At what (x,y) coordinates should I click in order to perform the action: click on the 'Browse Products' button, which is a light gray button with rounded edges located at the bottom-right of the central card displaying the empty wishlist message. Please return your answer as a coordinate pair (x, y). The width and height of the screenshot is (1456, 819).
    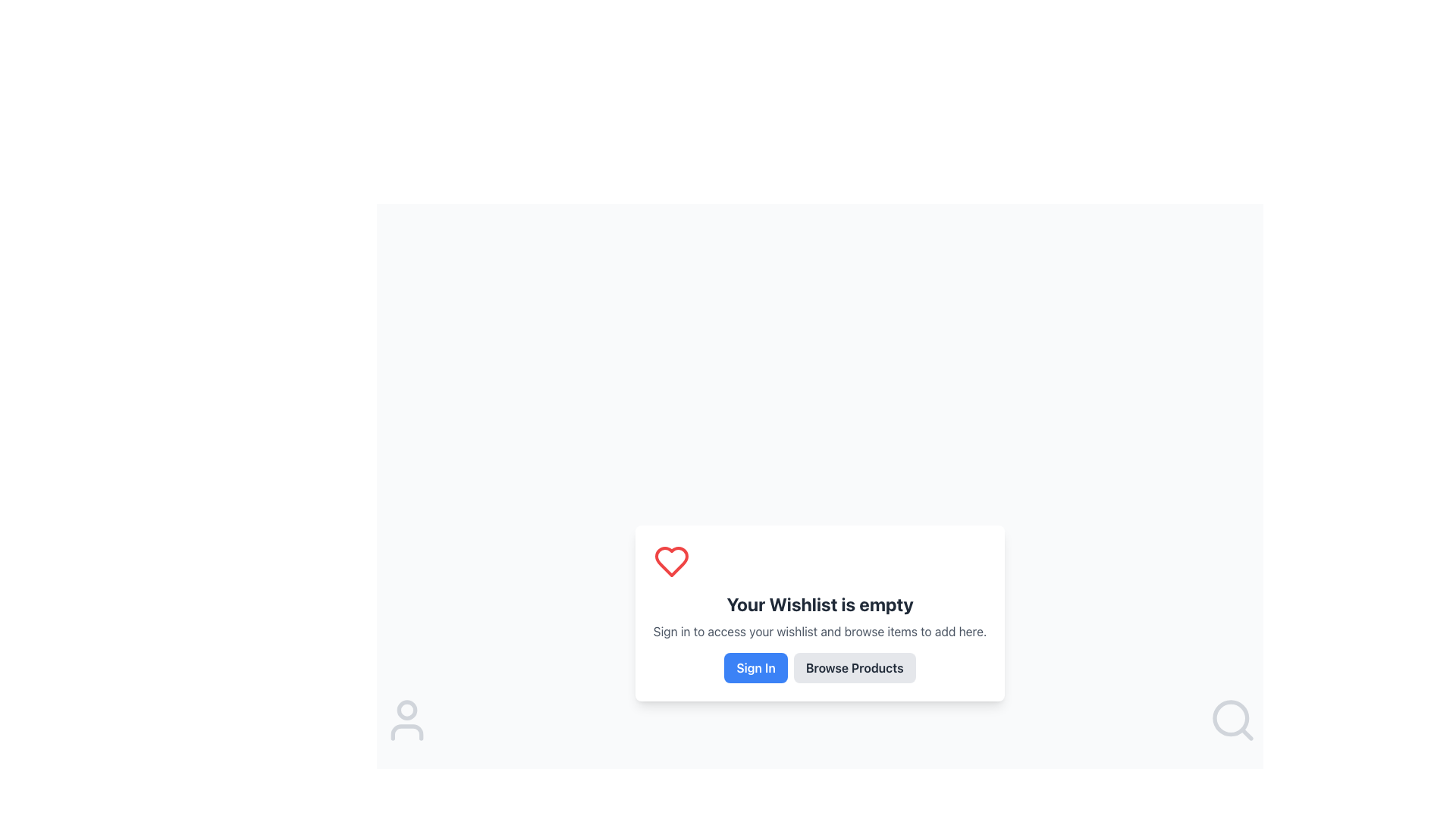
    Looking at the image, I should click on (855, 667).